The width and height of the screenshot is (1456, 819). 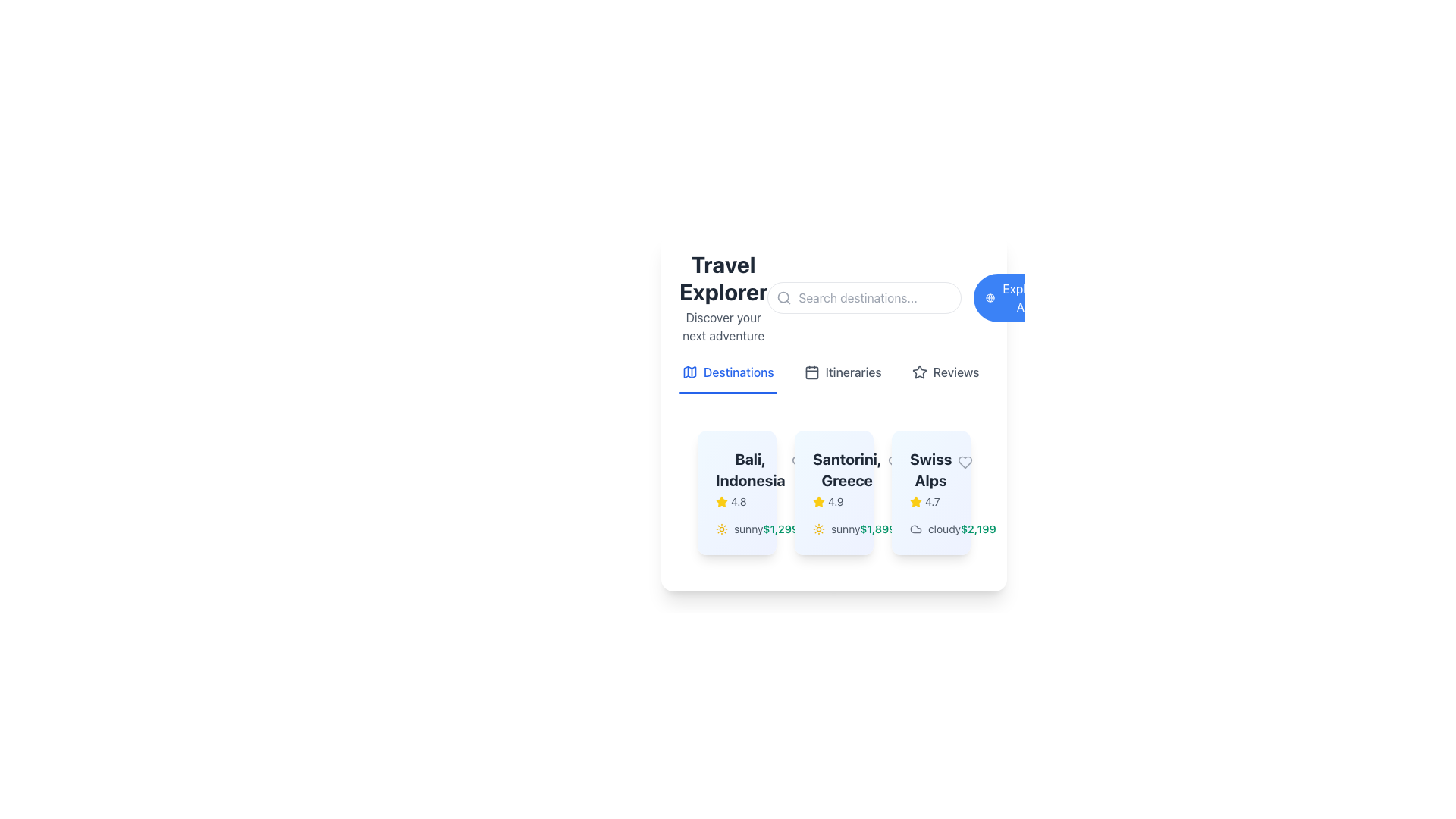 What do you see at coordinates (845, 529) in the screenshot?
I see `the Text label displaying the weather condition 'sunny' for Santorini, Greece, which is positioned below the location name and above the pricing information` at bounding box center [845, 529].